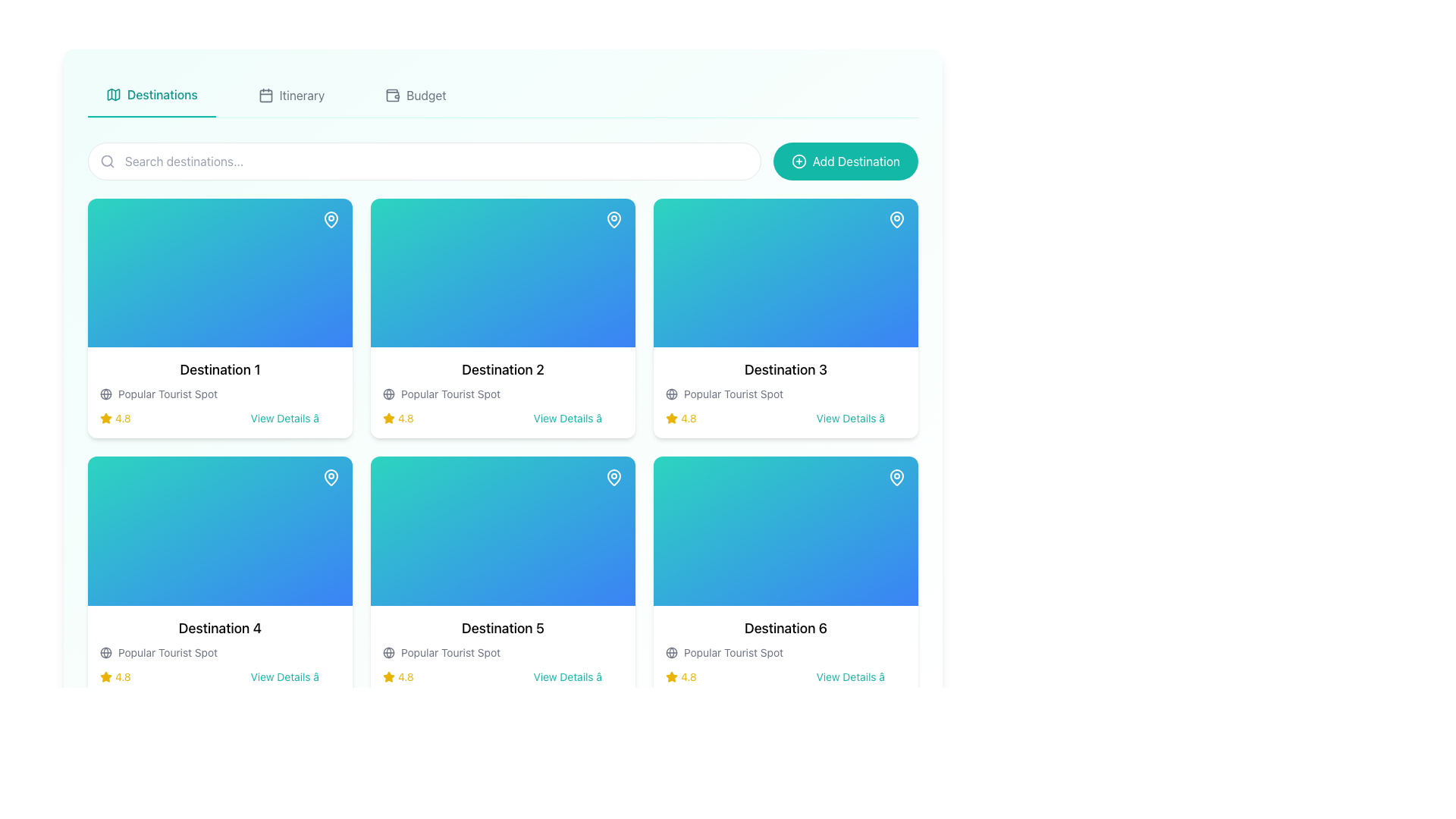 Image resolution: width=1456 pixels, height=819 pixels. What do you see at coordinates (406, 676) in the screenshot?
I see `the numeric rating '4.8' displayed in bold yellow font, located at the bottom-left corner of the 'Destination 5' card, adjacent to the yellow star icon` at bounding box center [406, 676].